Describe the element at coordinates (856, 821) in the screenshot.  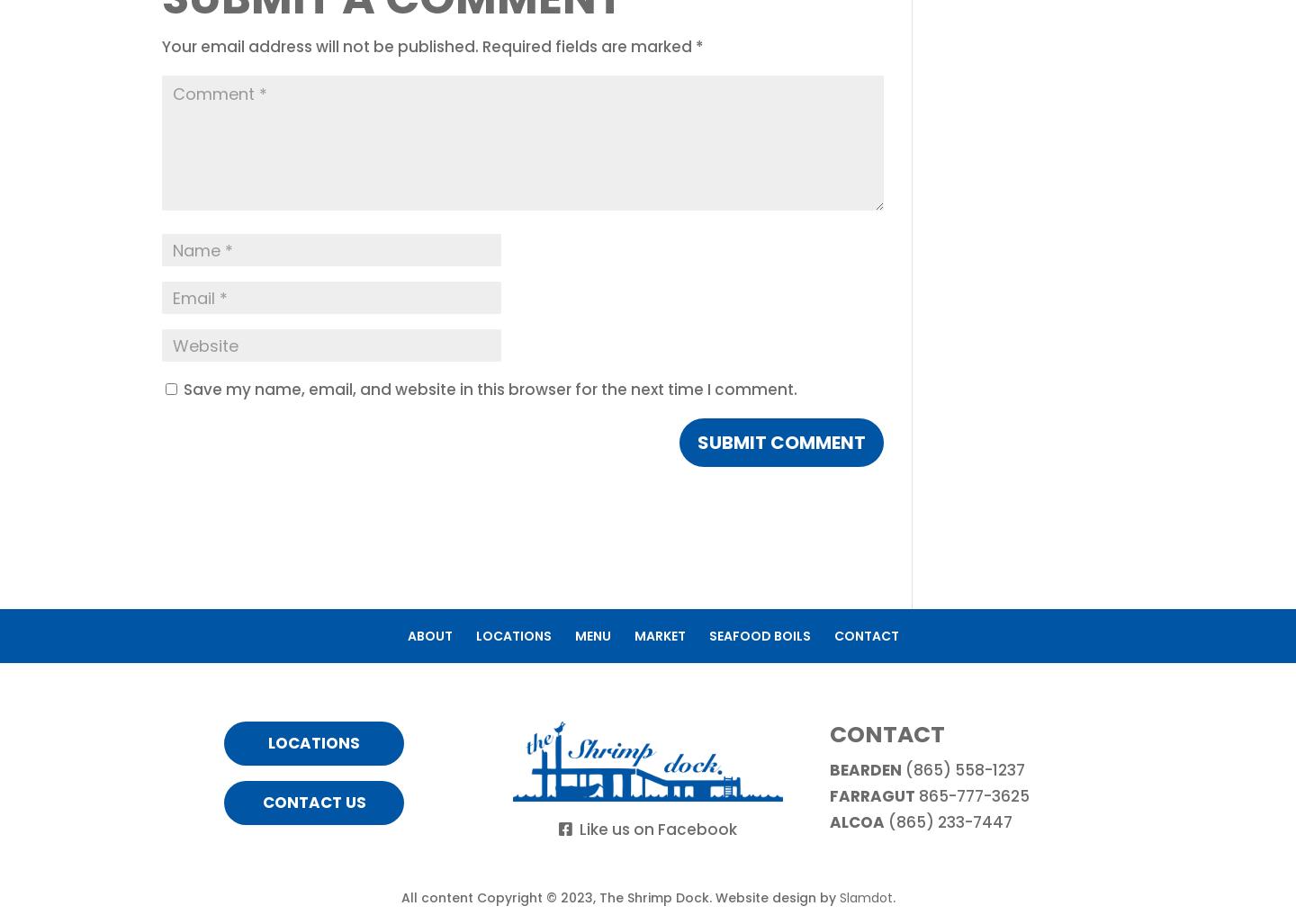
I see `'ALCOA'` at that location.